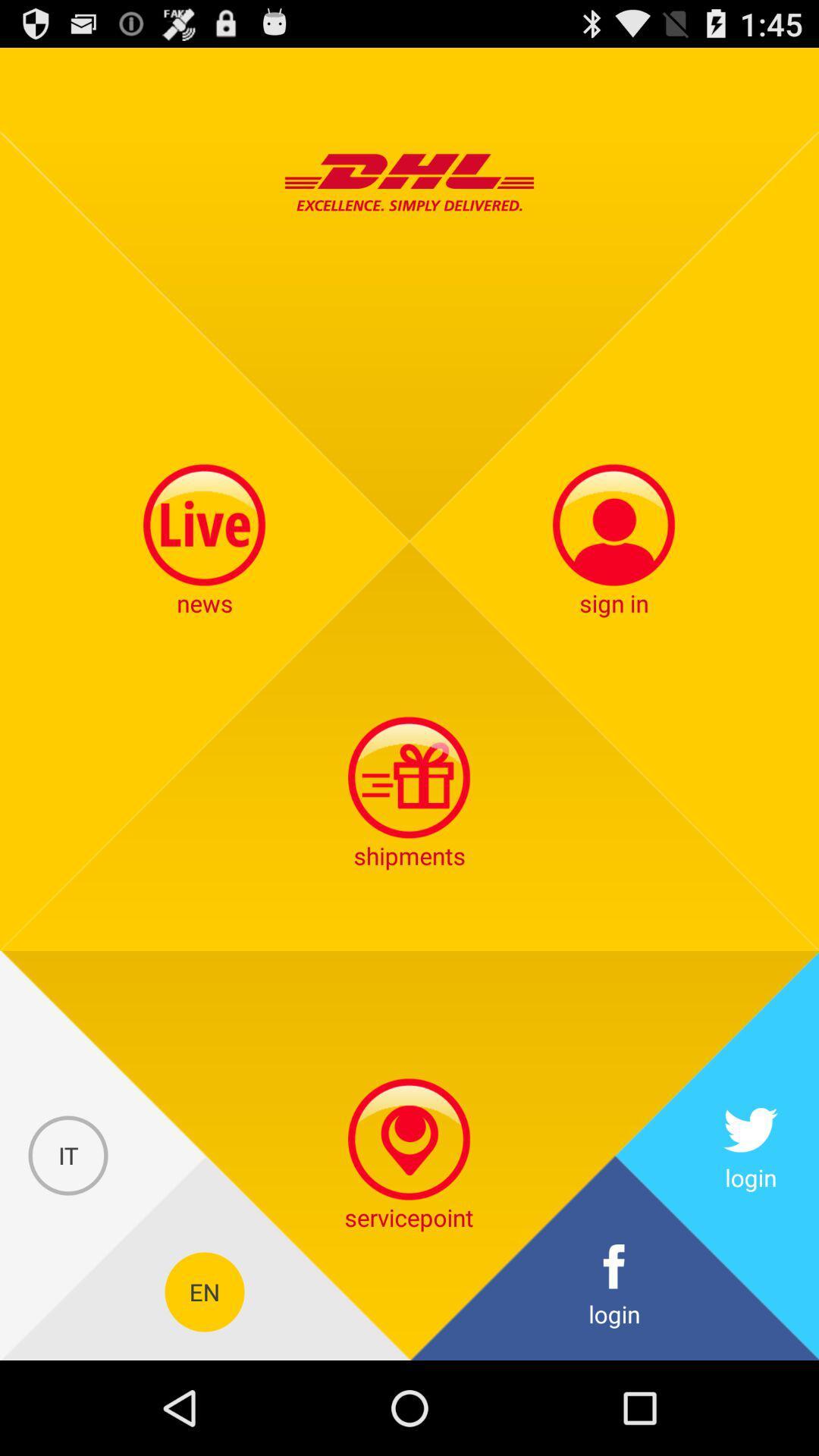  What do you see at coordinates (751, 1155) in the screenshot?
I see `twitter icon` at bounding box center [751, 1155].